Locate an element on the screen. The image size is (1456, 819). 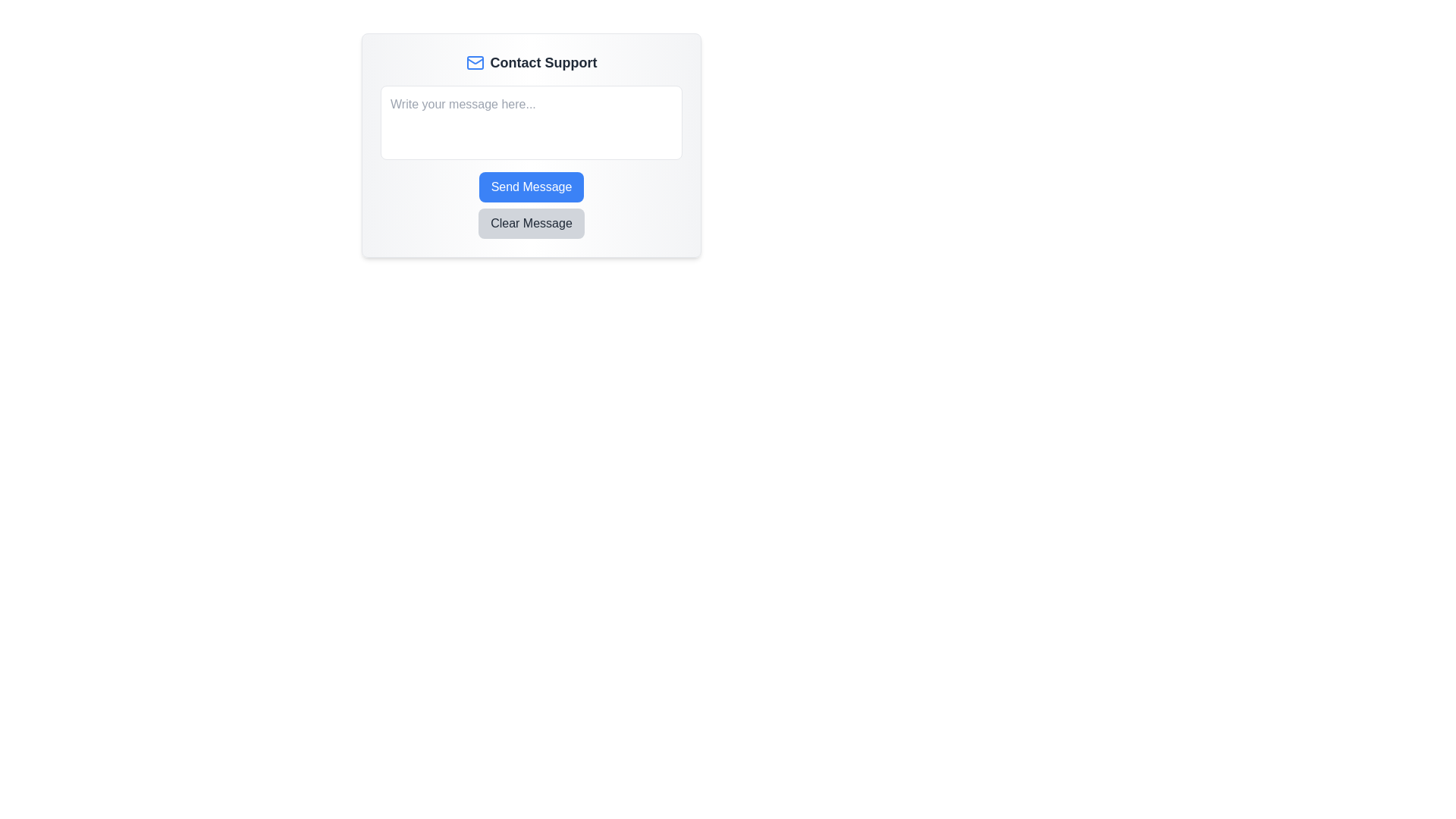
the mail or contact icon located to the left of the 'Contact Support' text is located at coordinates (474, 62).